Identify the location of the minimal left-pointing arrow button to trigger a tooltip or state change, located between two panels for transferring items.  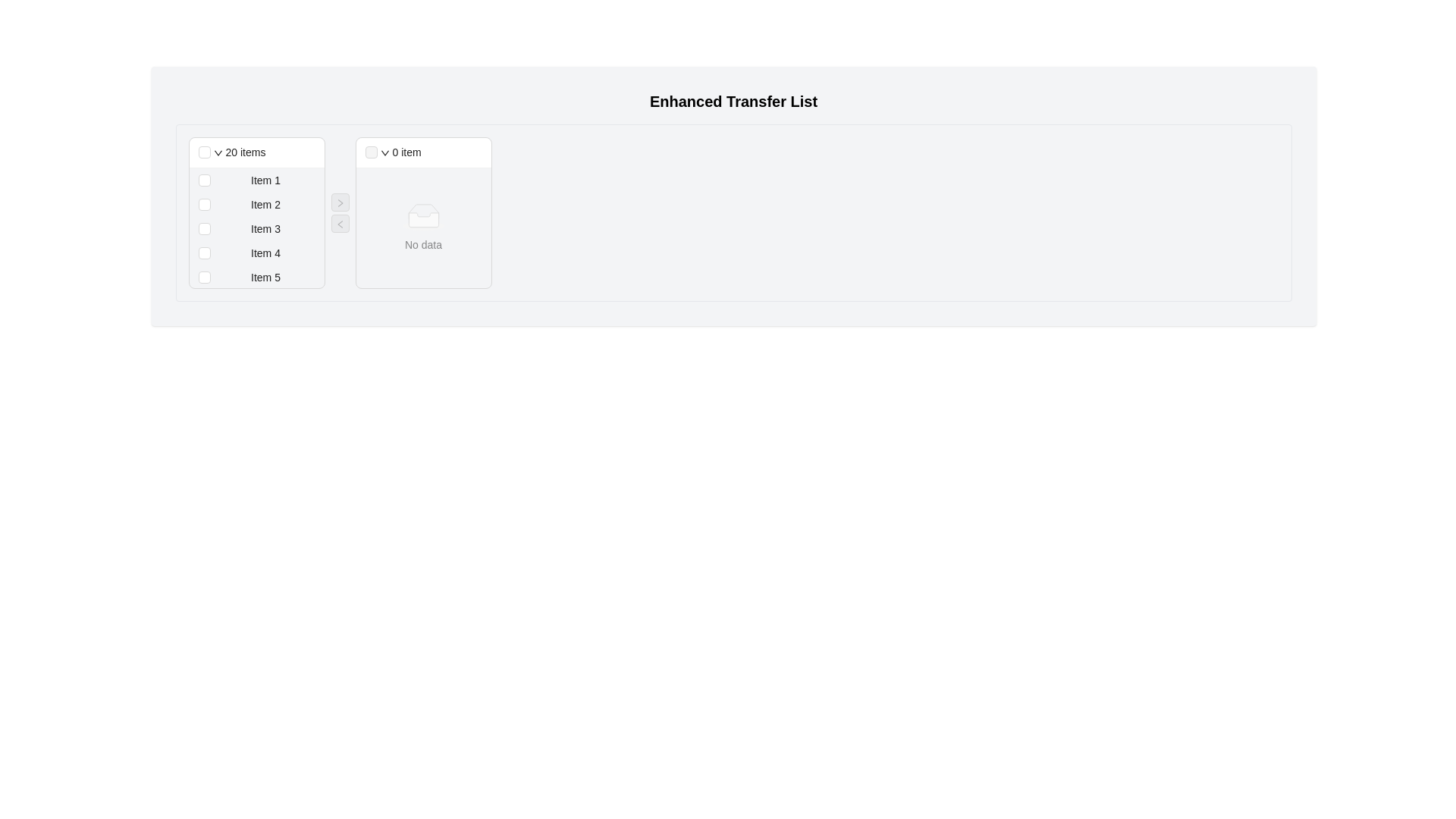
(339, 223).